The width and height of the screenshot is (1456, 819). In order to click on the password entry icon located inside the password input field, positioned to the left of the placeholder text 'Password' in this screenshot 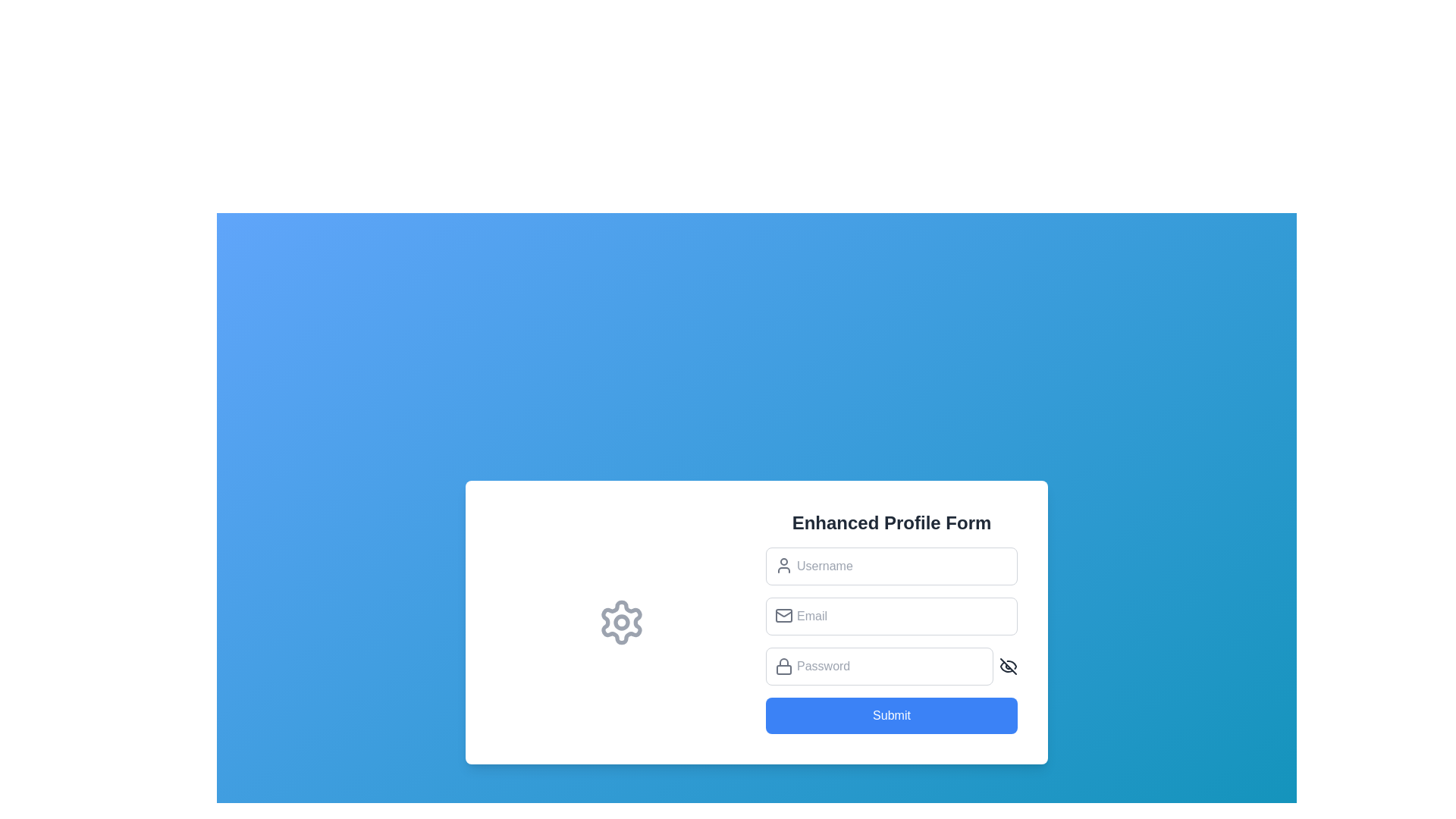, I will do `click(783, 666)`.